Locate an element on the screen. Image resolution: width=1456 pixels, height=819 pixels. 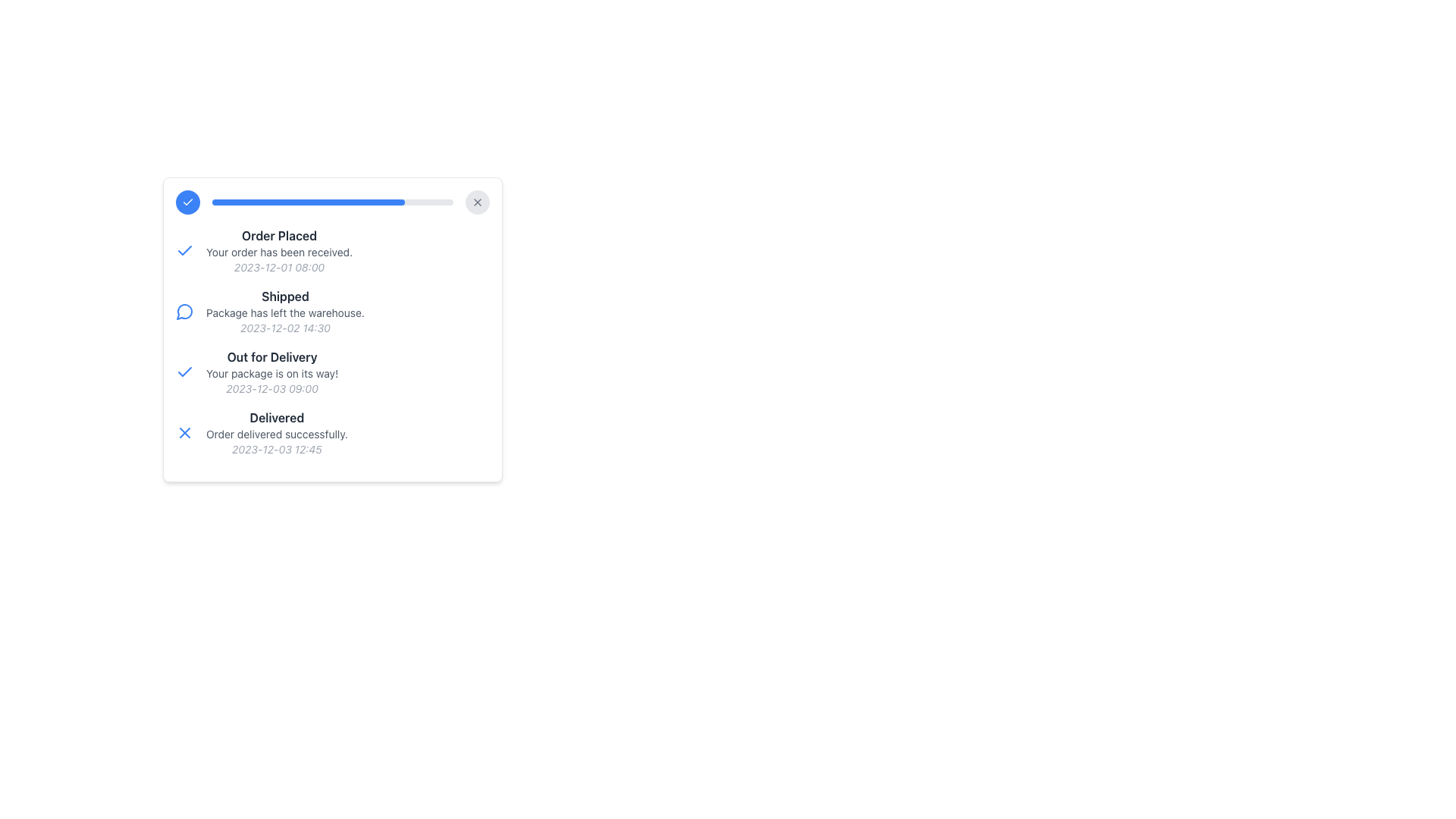
the multi-line text display component that shows 'Delivered', 'Order delivered successfully.', and a timestamp, located at the bottom of the vertical timeline is located at coordinates (277, 432).